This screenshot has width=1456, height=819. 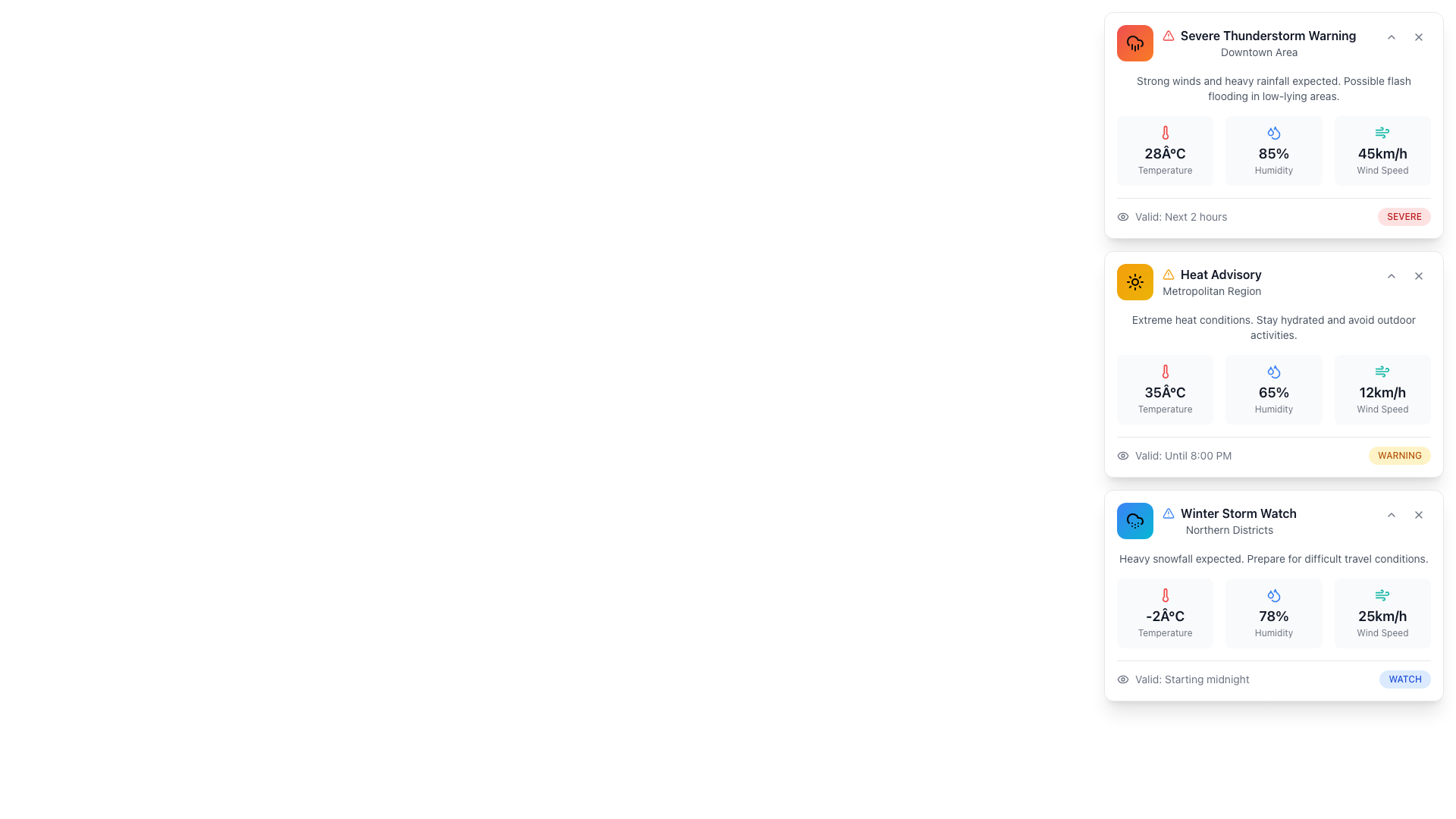 What do you see at coordinates (1418, 36) in the screenshot?
I see `the close button (an 'X' icon in gray) located in the top-right corner of the 'Severe Thunderstorm Warning' weather card` at bounding box center [1418, 36].